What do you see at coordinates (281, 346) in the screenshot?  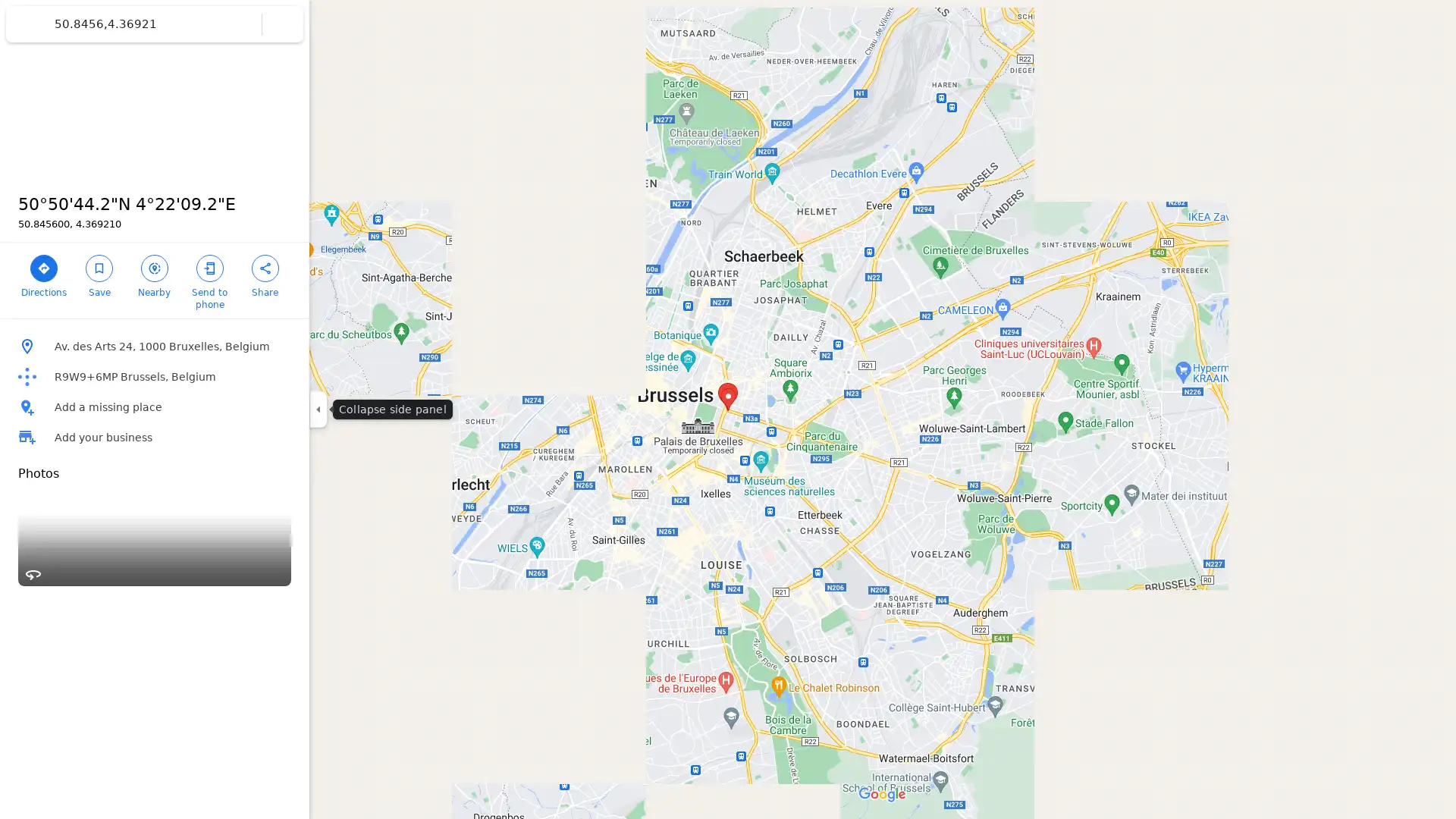 I see `Copy address` at bounding box center [281, 346].